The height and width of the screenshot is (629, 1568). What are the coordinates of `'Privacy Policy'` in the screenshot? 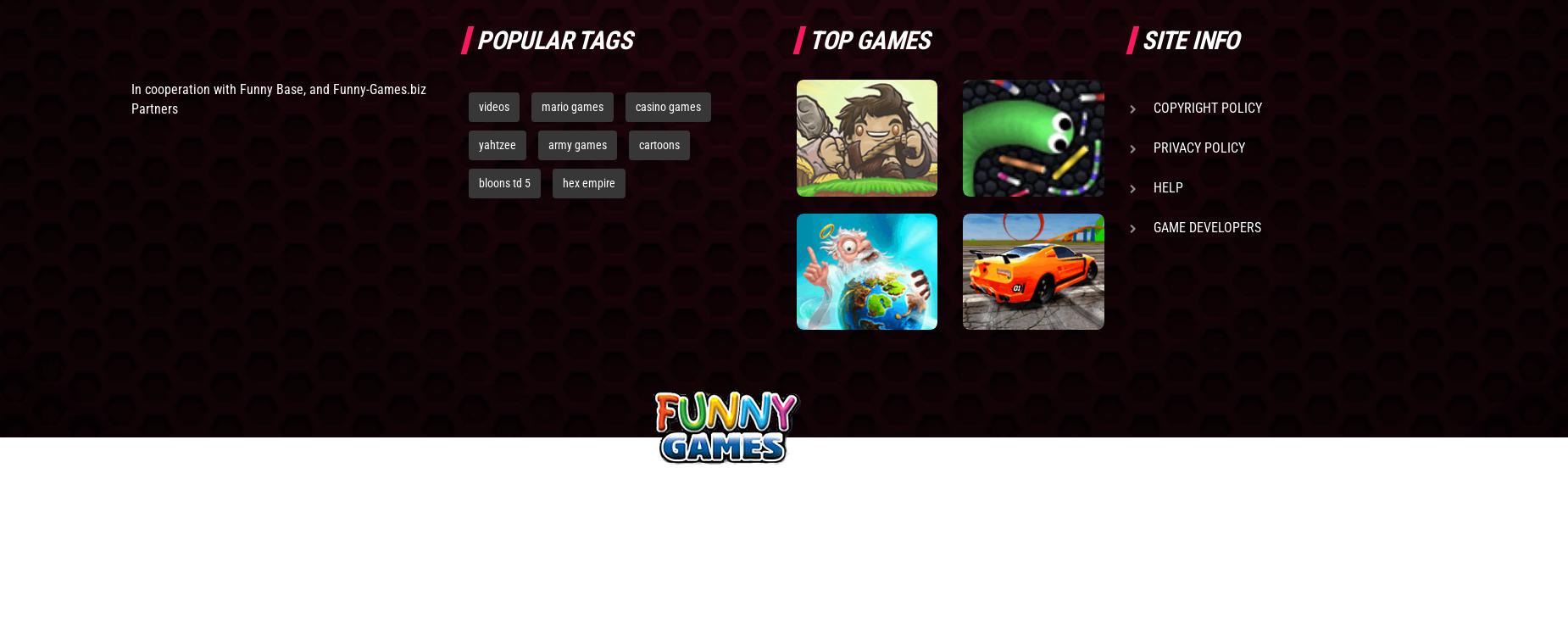 It's located at (1198, 147).